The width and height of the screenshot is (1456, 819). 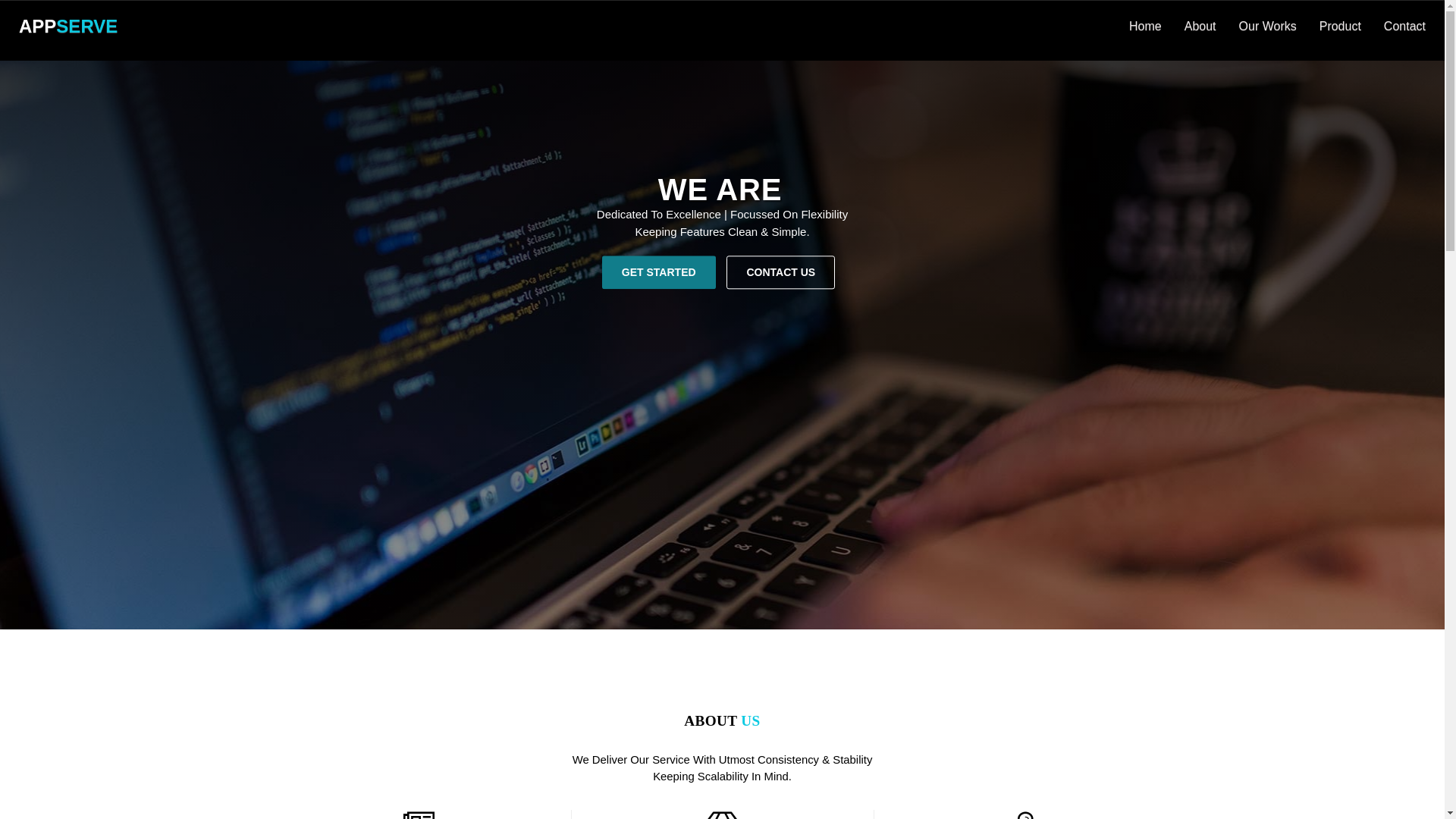 I want to click on 'Contact', so click(x=1404, y=26).